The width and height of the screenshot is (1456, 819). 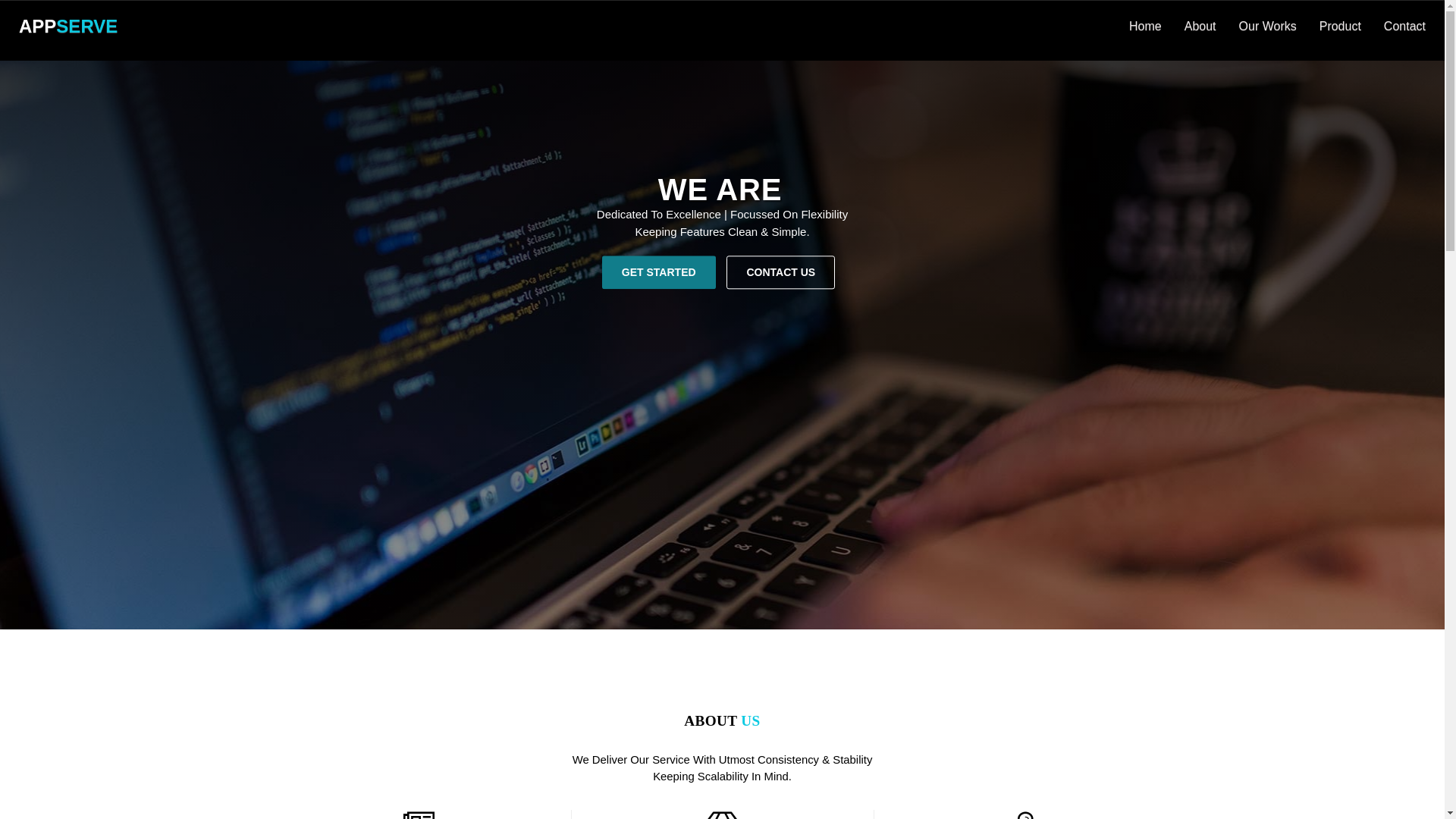 I want to click on 'Contact', so click(x=1404, y=26).